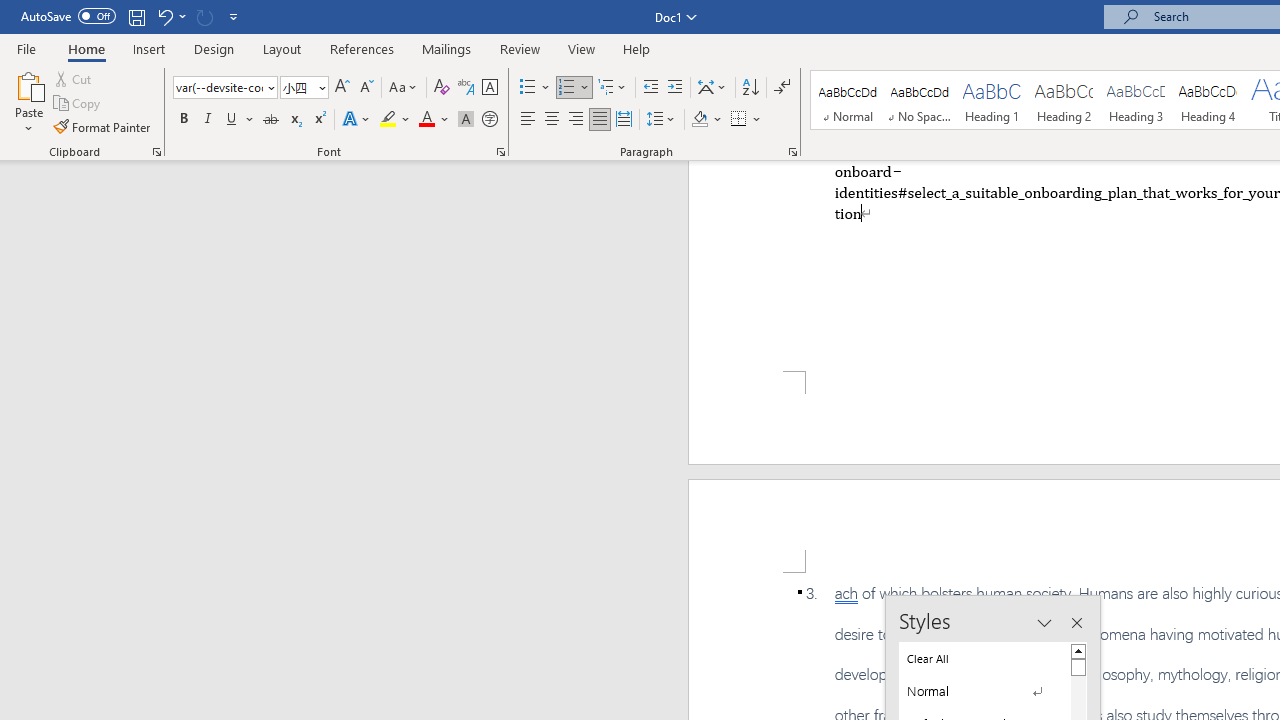  What do you see at coordinates (297, 86) in the screenshot?
I see `'Font Size'` at bounding box center [297, 86].